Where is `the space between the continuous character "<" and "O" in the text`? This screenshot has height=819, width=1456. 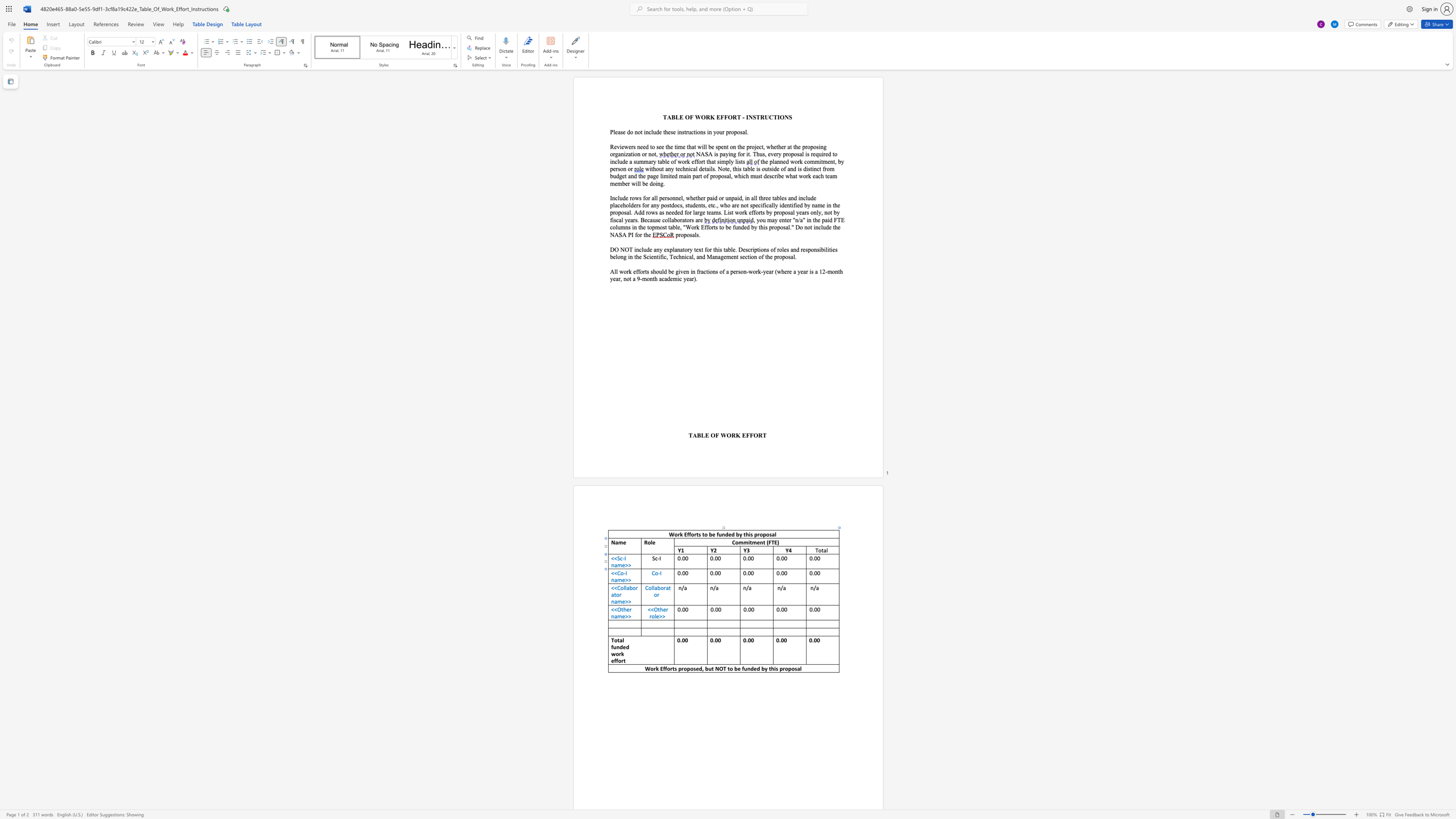
the space between the continuous character "<" and "O" in the text is located at coordinates (653, 609).